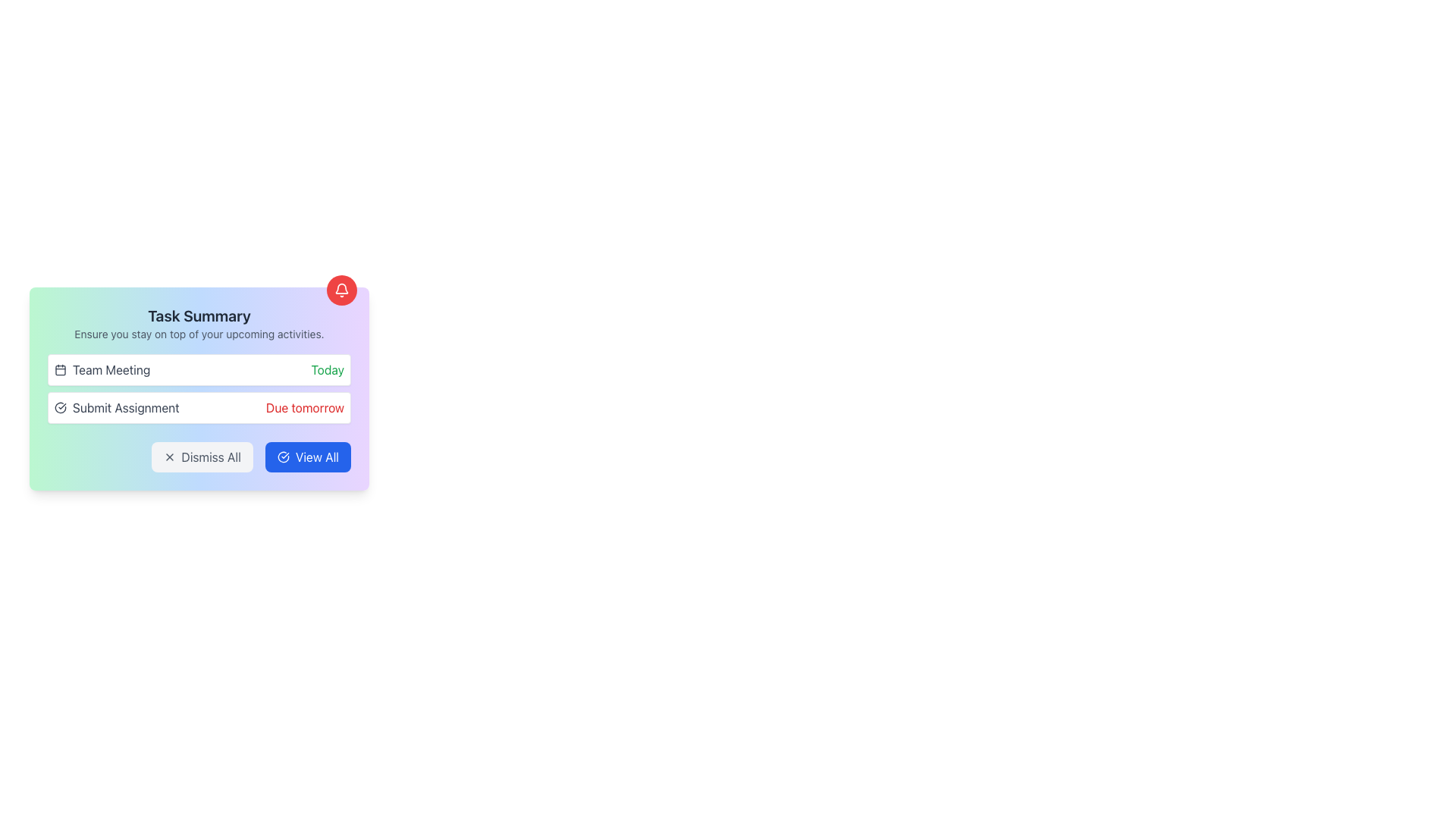 The width and height of the screenshot is (1456, 819). What do you see at coordinates (199, 333) in the screenshot?
I see `the text label that says 'Ensure you stay on top of your upcoming activities.', which is styled with a smaller font size and gray color, located below the 'Task Summary' heading and above the list of tasks` at bounding box center [199, 333].